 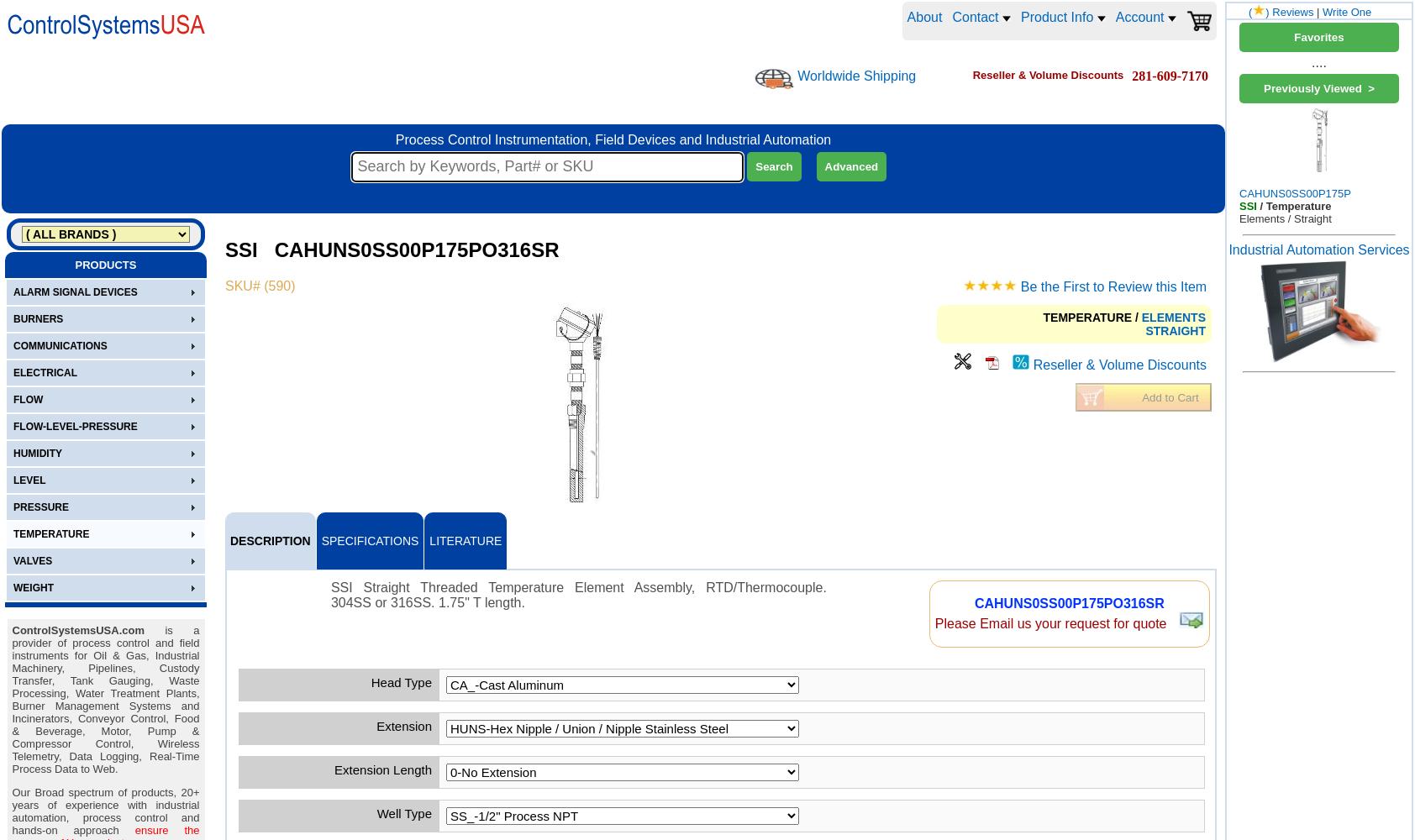 What do you see at coordinates (29, 480) in the screenshot?
I see `'LEVEL'` at bounding box center [29, 480].